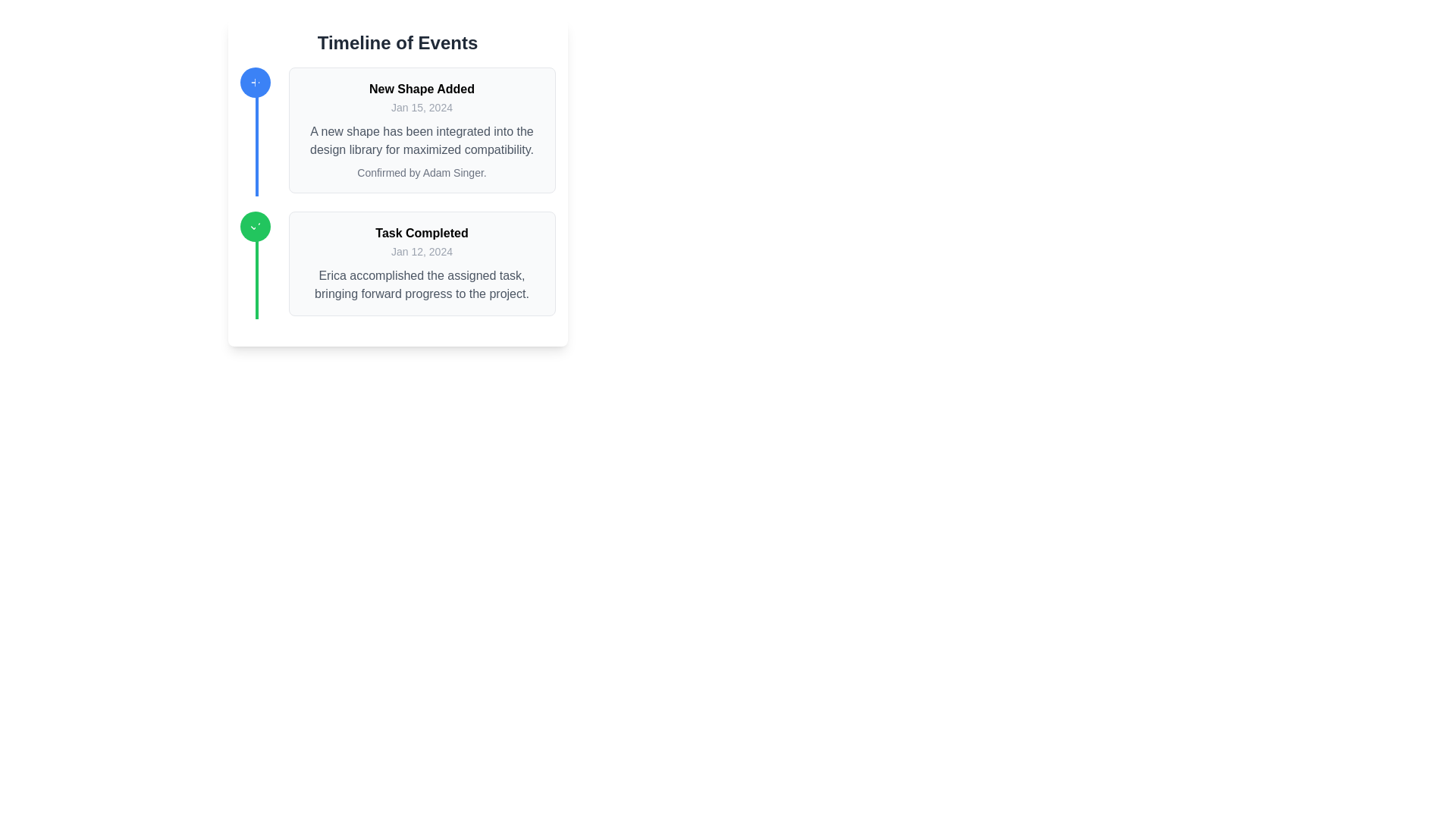  Describe the element at coordinates (422, 171) in the screenshot. I see `informational text block confirming an action by 'Adam Singer', located at the bottom of the 'New Shape Added' card` at that location.